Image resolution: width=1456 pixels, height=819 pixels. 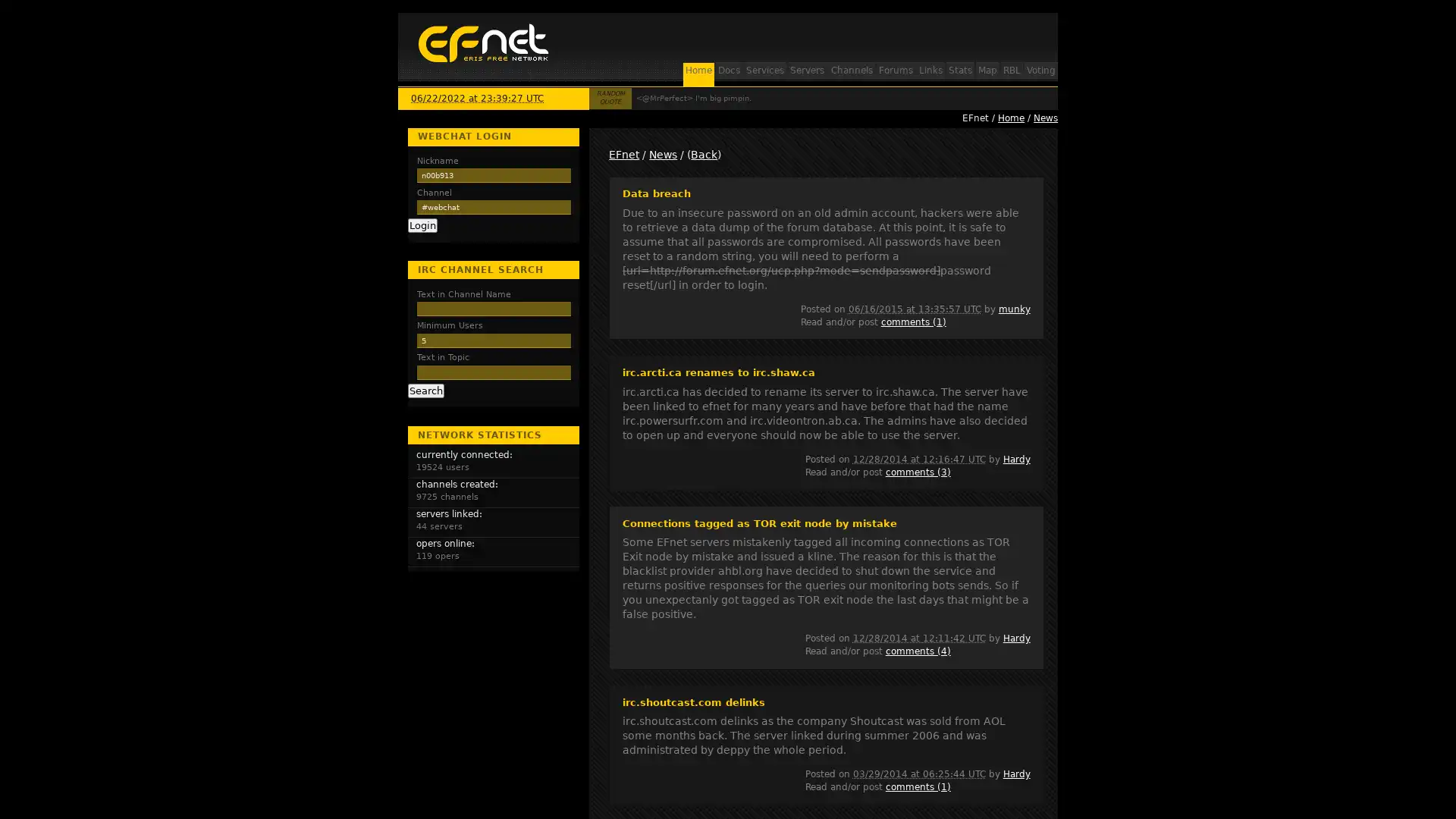 I want to click on Login, so click(x=422, y=225).